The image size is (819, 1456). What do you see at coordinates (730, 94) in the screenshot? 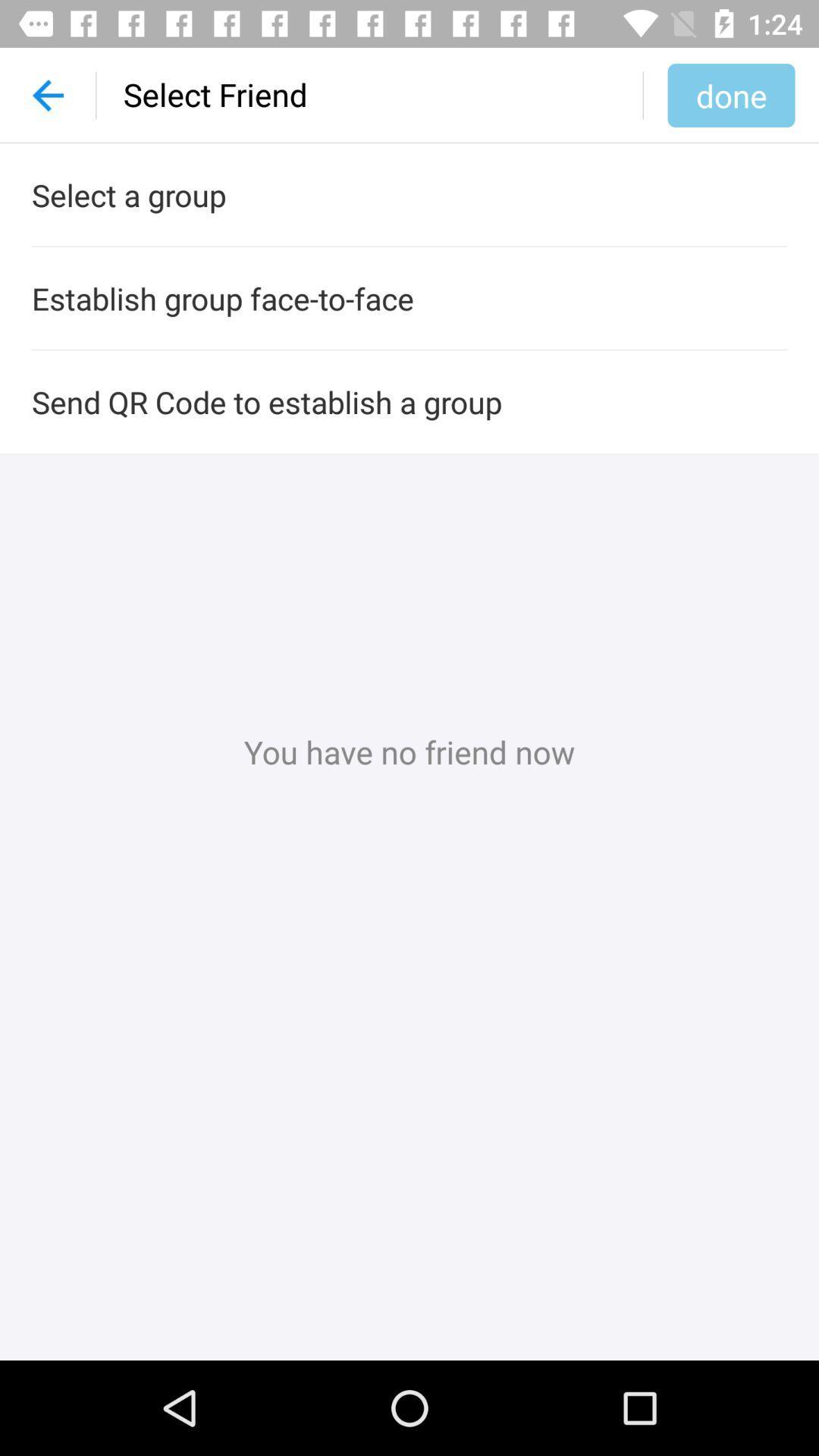
I see `item above select a group item` at bounding box center [730, 94].